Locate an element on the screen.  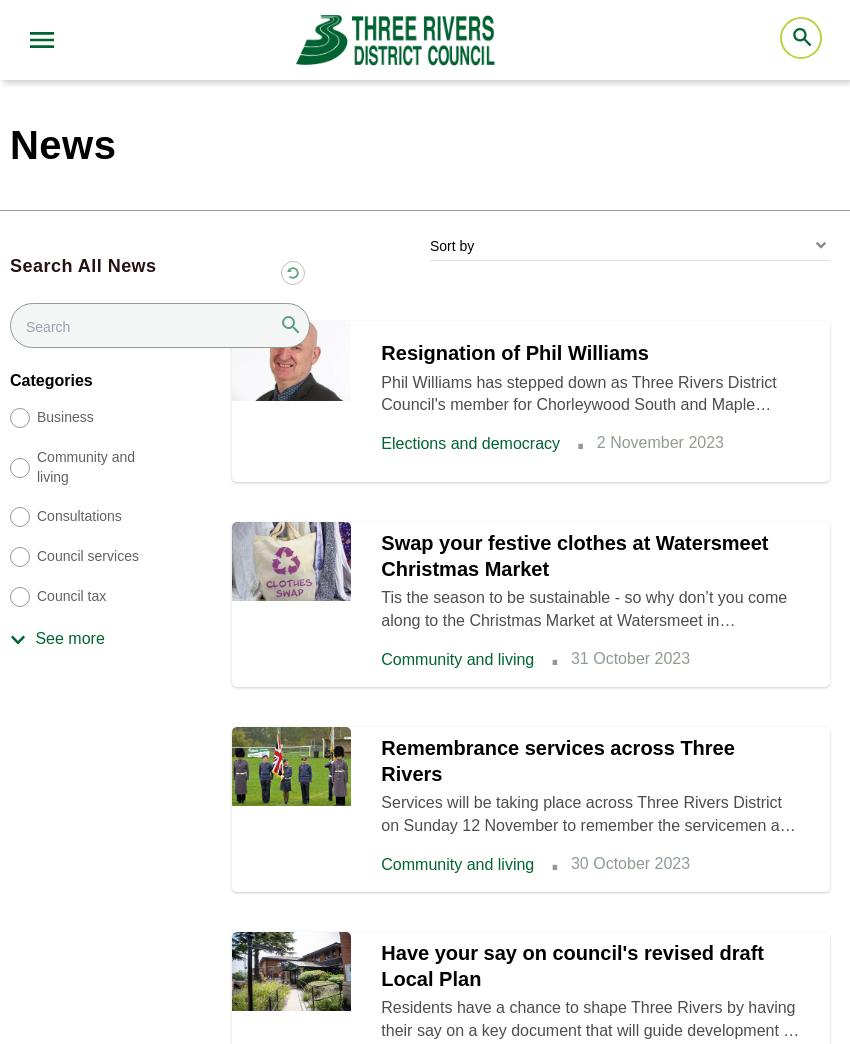
'Have your say on council's revised draft Local Plan' is located at coordinates (572, 964).